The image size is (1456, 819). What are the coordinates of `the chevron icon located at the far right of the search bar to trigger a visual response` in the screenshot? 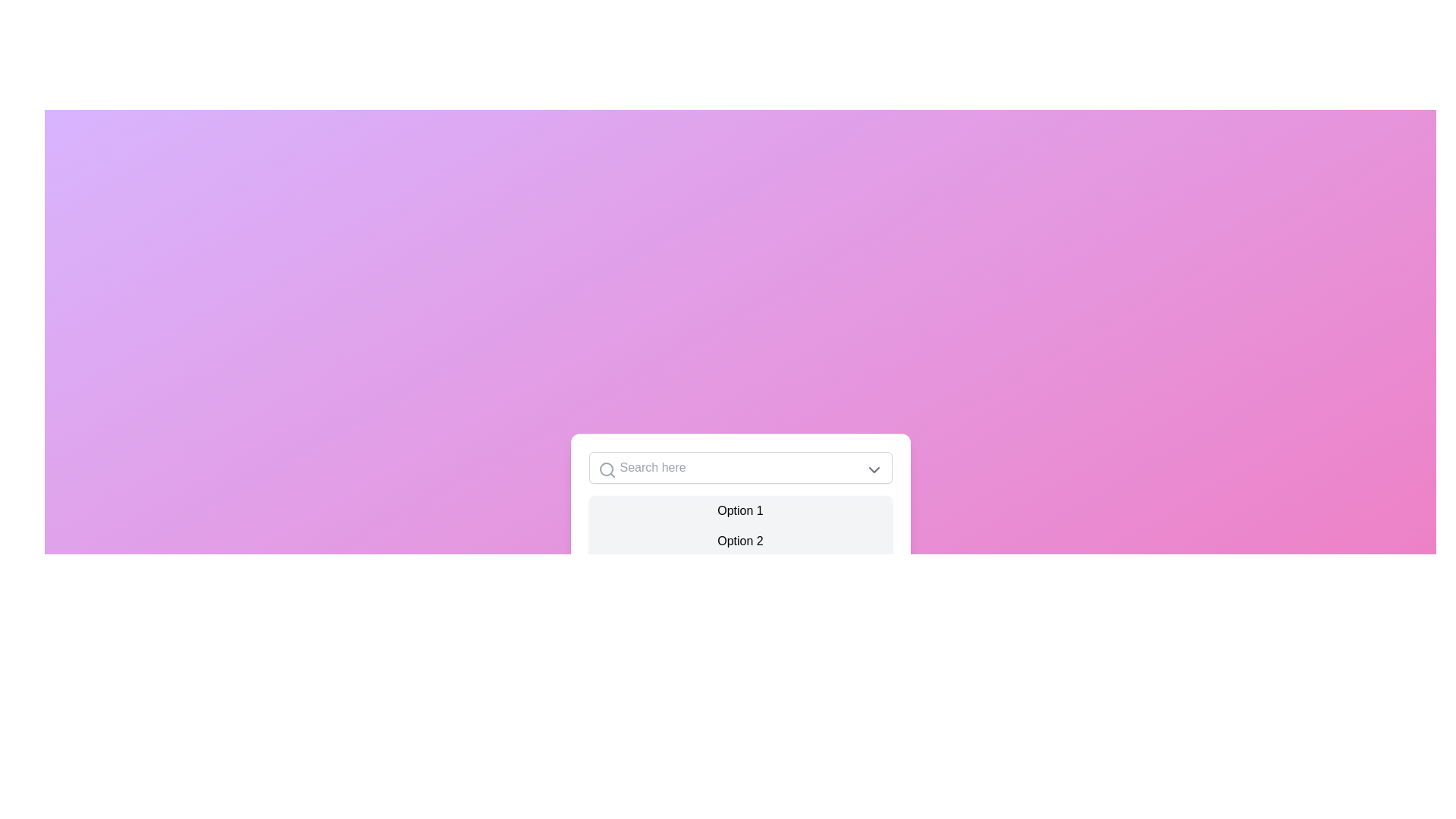 It's located at (874, 469).